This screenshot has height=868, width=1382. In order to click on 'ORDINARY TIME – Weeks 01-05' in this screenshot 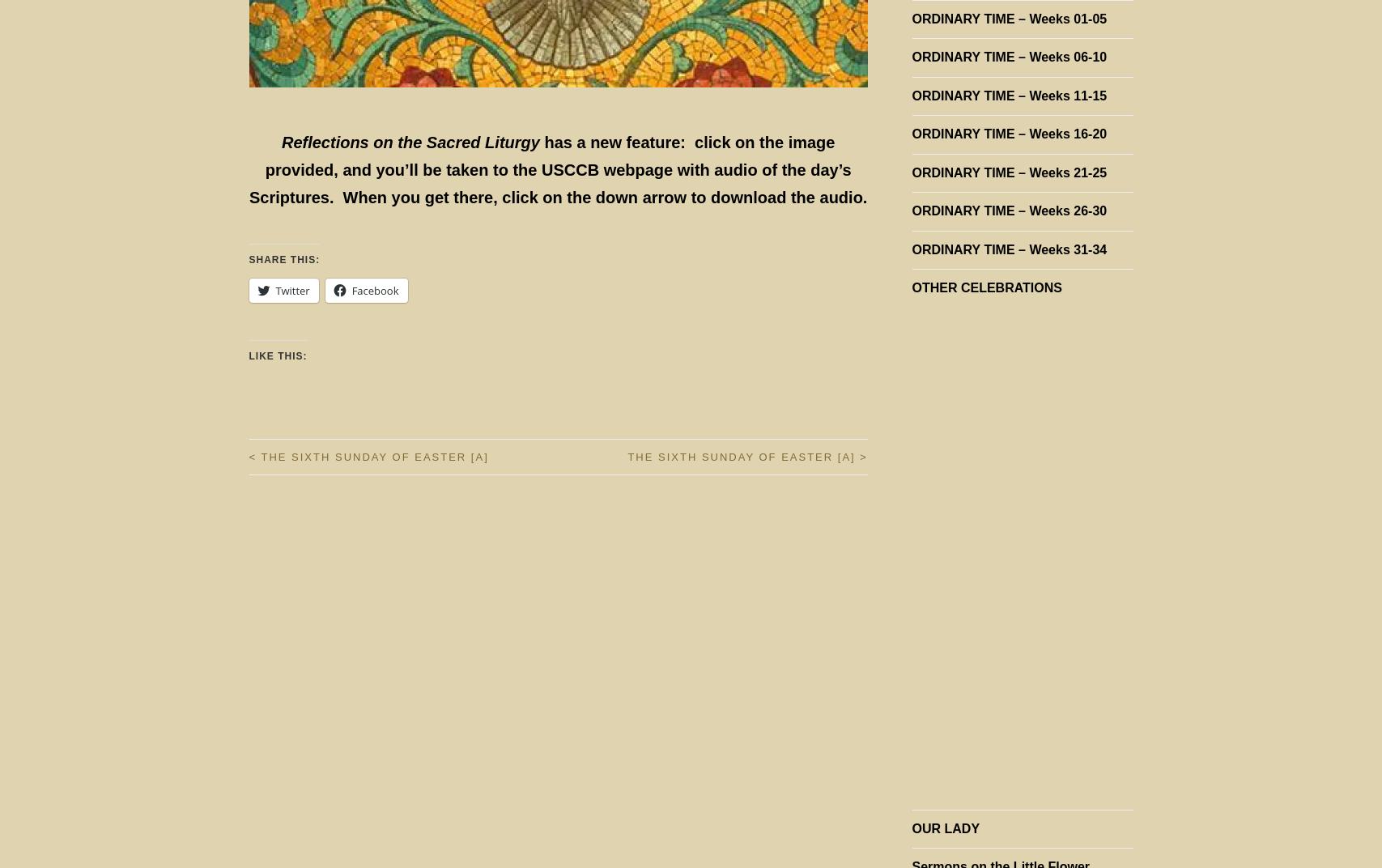, I will do `click(1008, 18)`.